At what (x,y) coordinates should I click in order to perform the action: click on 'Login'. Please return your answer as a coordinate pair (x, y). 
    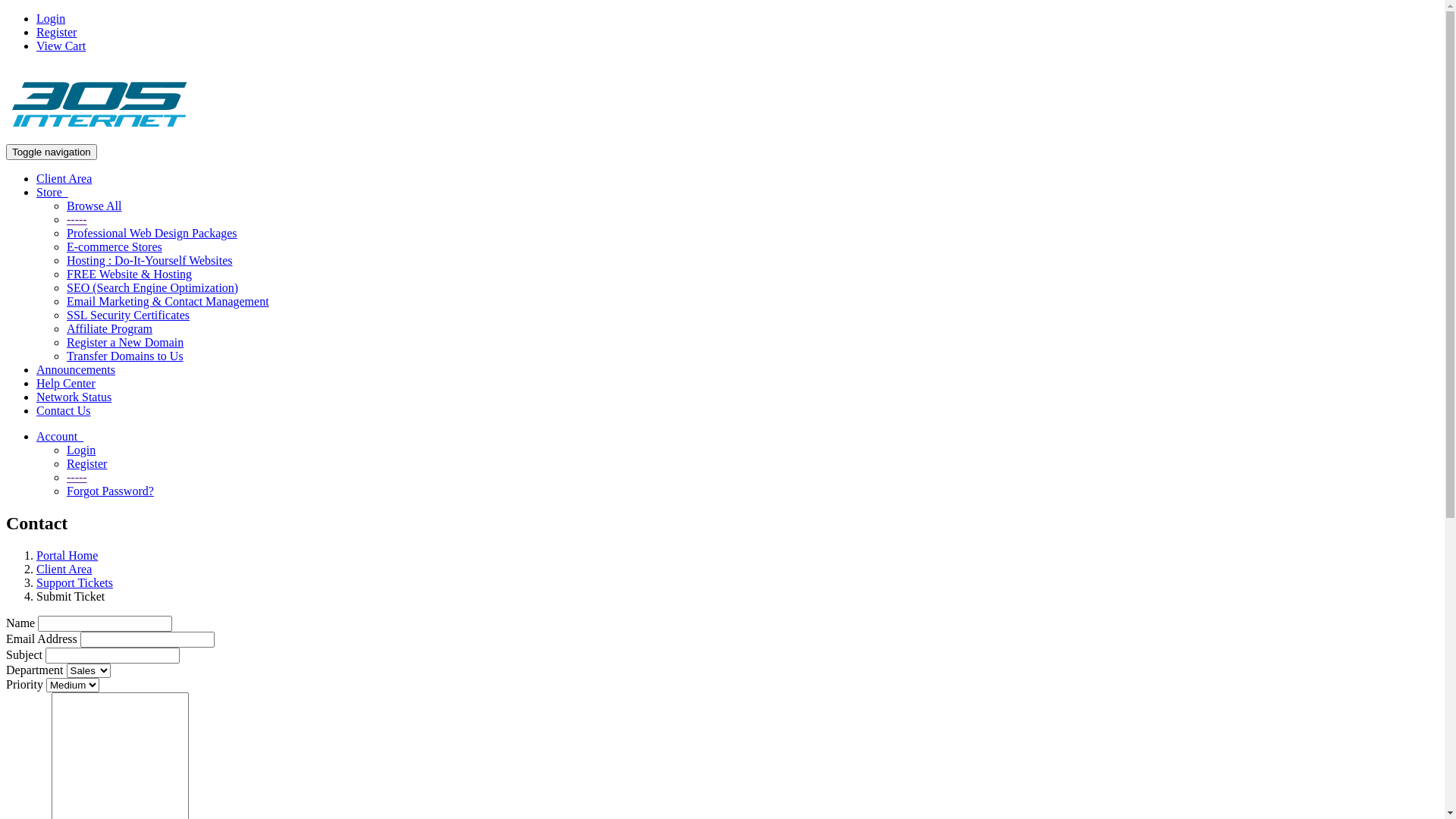
    Looking at the image, I should click on (36, 18).